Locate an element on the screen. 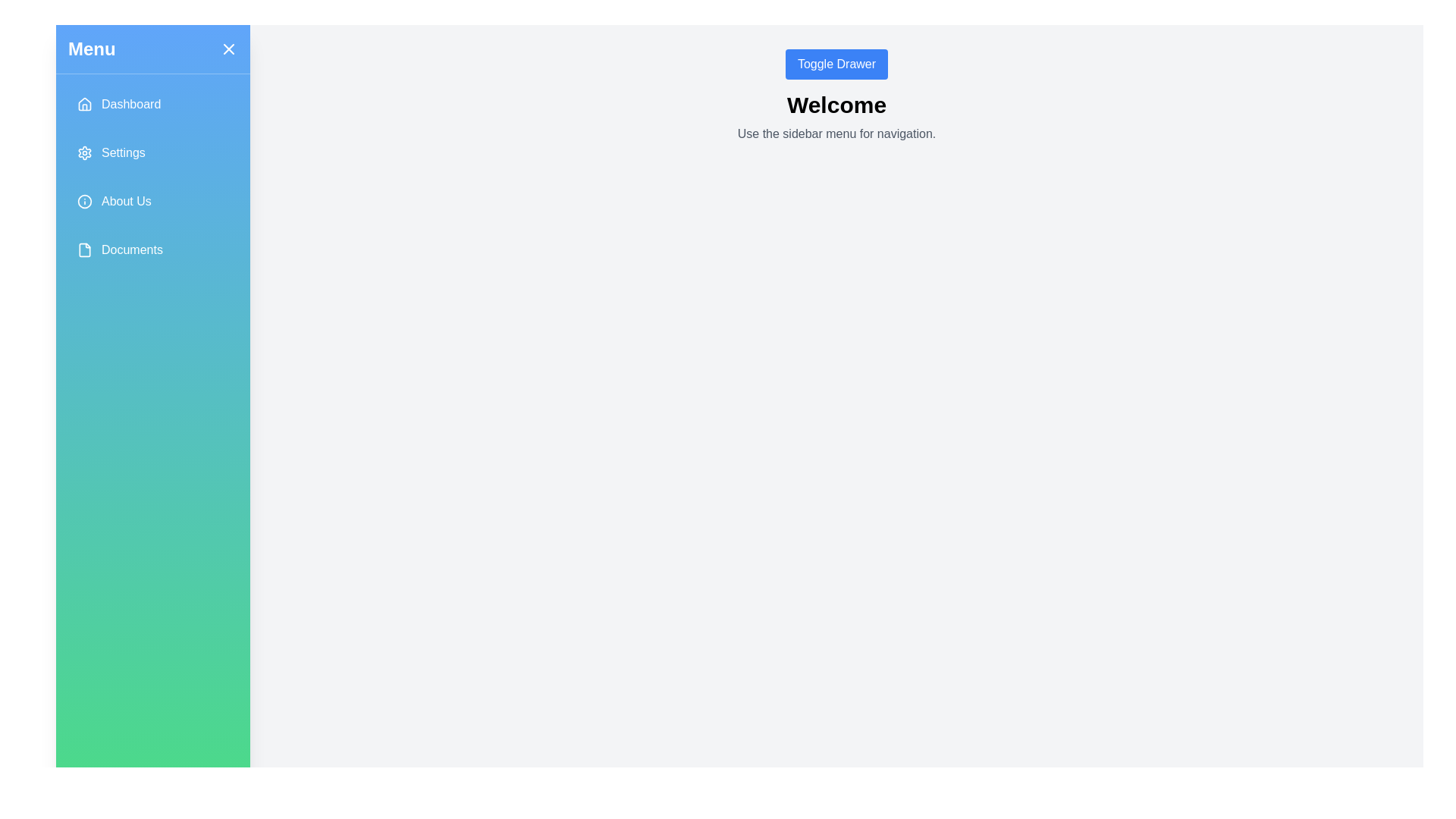  the menu item labeled About Us is located at coordinates (152, 201).